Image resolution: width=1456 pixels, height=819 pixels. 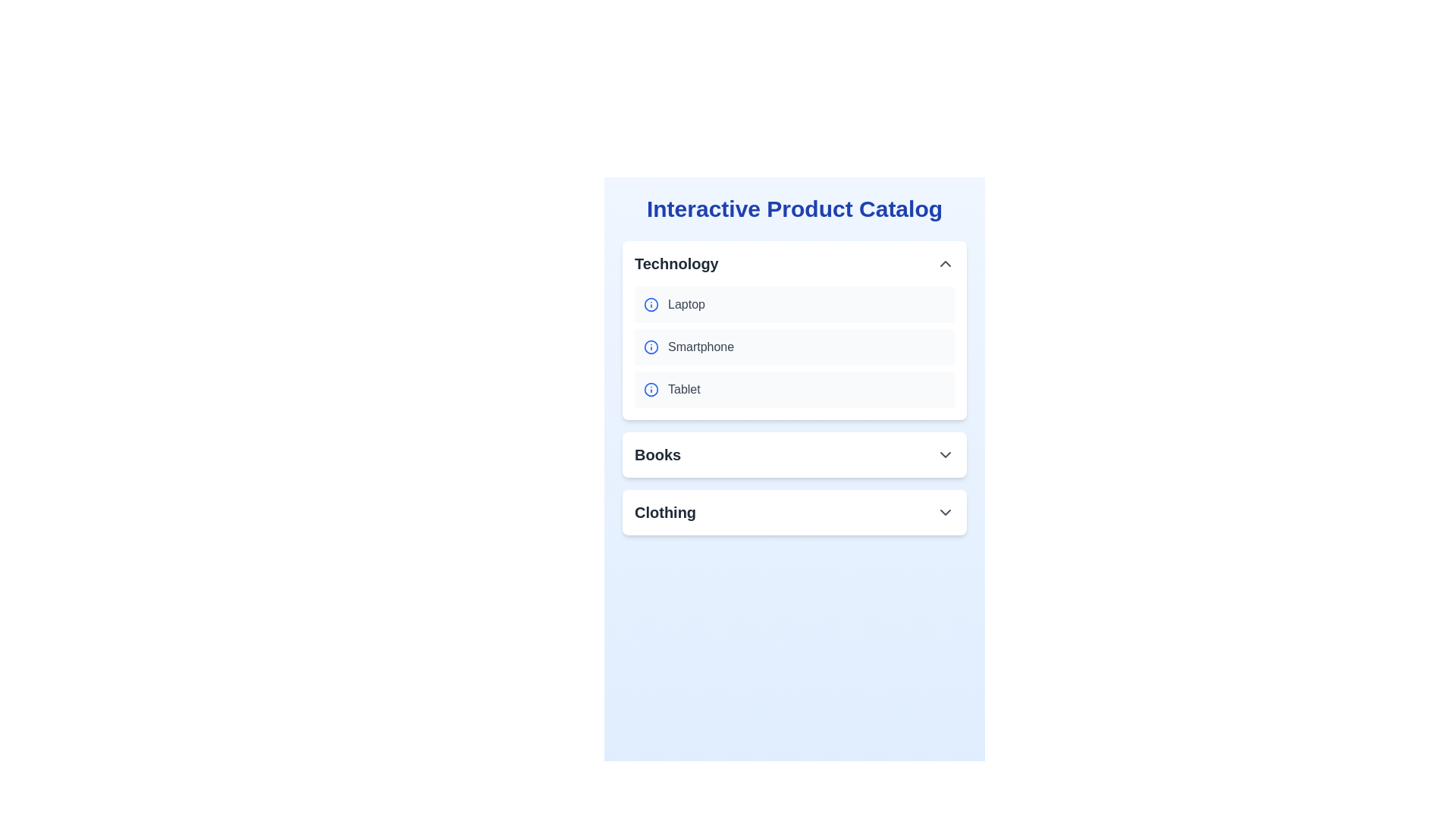 What do you see at coordinates (945, 454) in the screenshot?
I see `the dropdown toggle button` at bounding box center [945, 454].